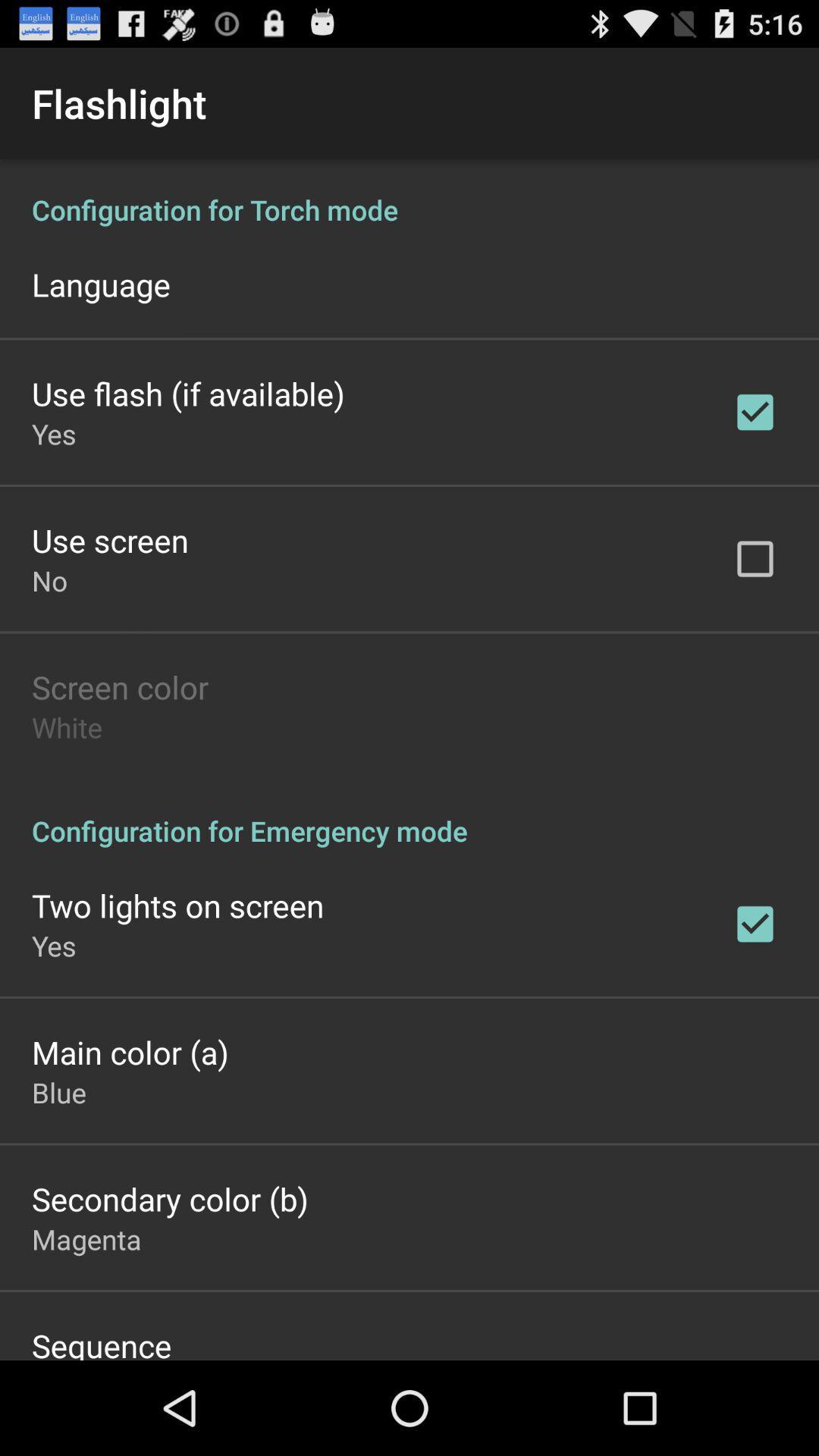 This screenshot has height=1456, width=819. I want to click on the sequence icon, so click(102, 1342).